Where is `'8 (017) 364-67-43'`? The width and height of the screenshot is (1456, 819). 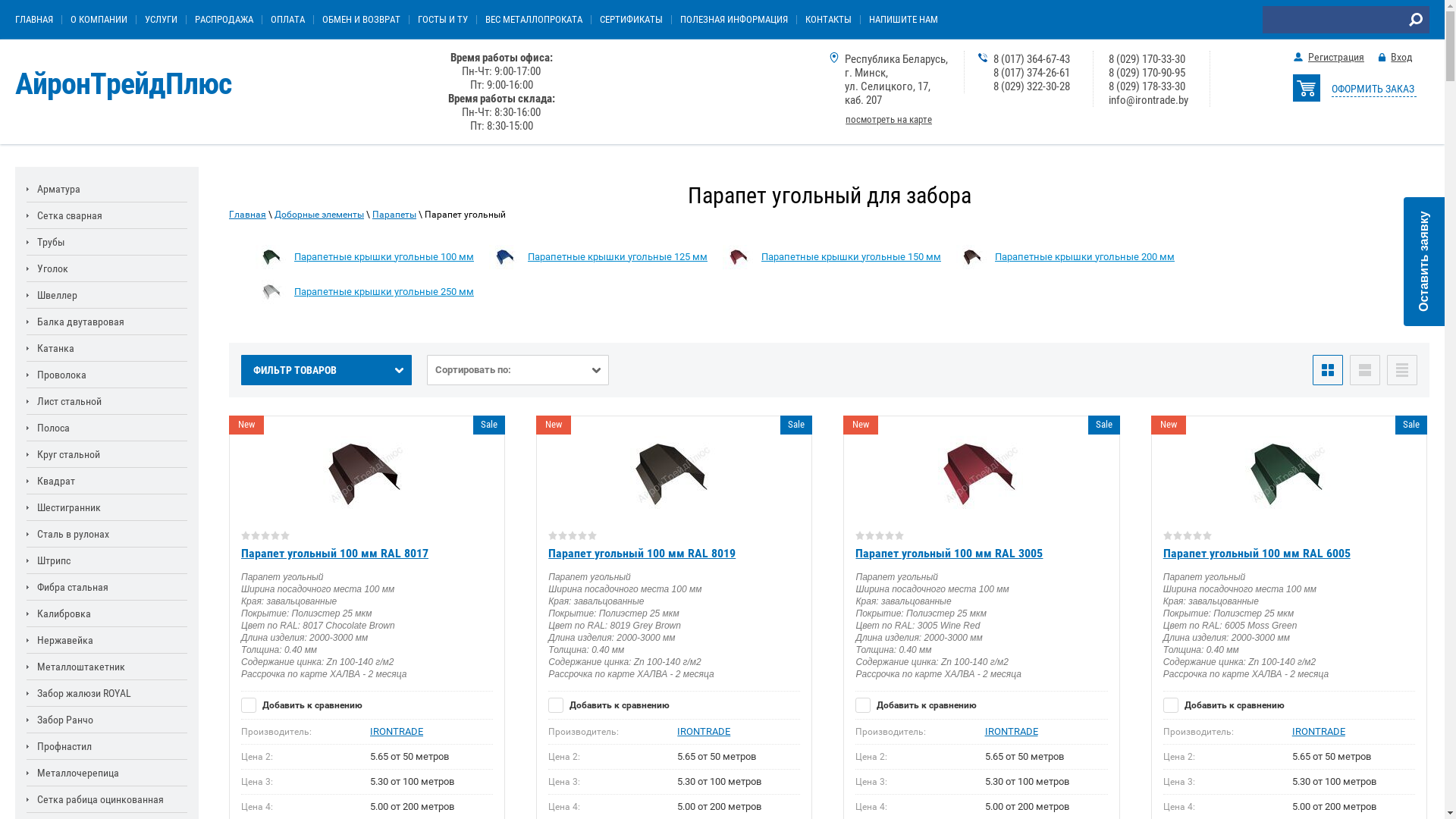
'8 (017) 364-67-43' is located at coordinates (1031, 58).